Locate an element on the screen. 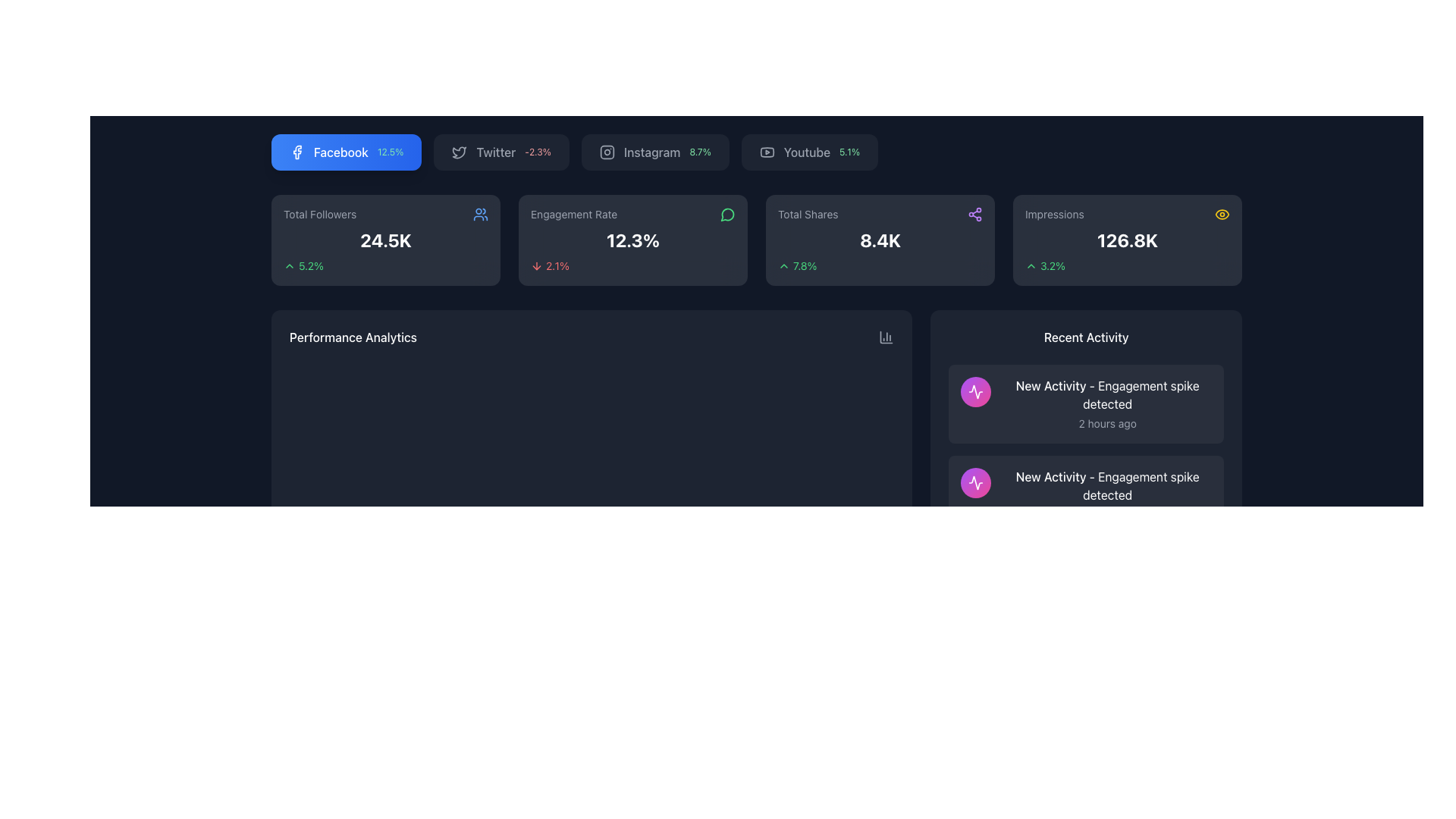 The height and width of the screenshot is (819, 1456). the Twitter icon, which is a minimalist line-based drawing of a bird, located within a button labeled 'Twitter -2.3%' in the top section of the interface is located at coordinates (459, 152).